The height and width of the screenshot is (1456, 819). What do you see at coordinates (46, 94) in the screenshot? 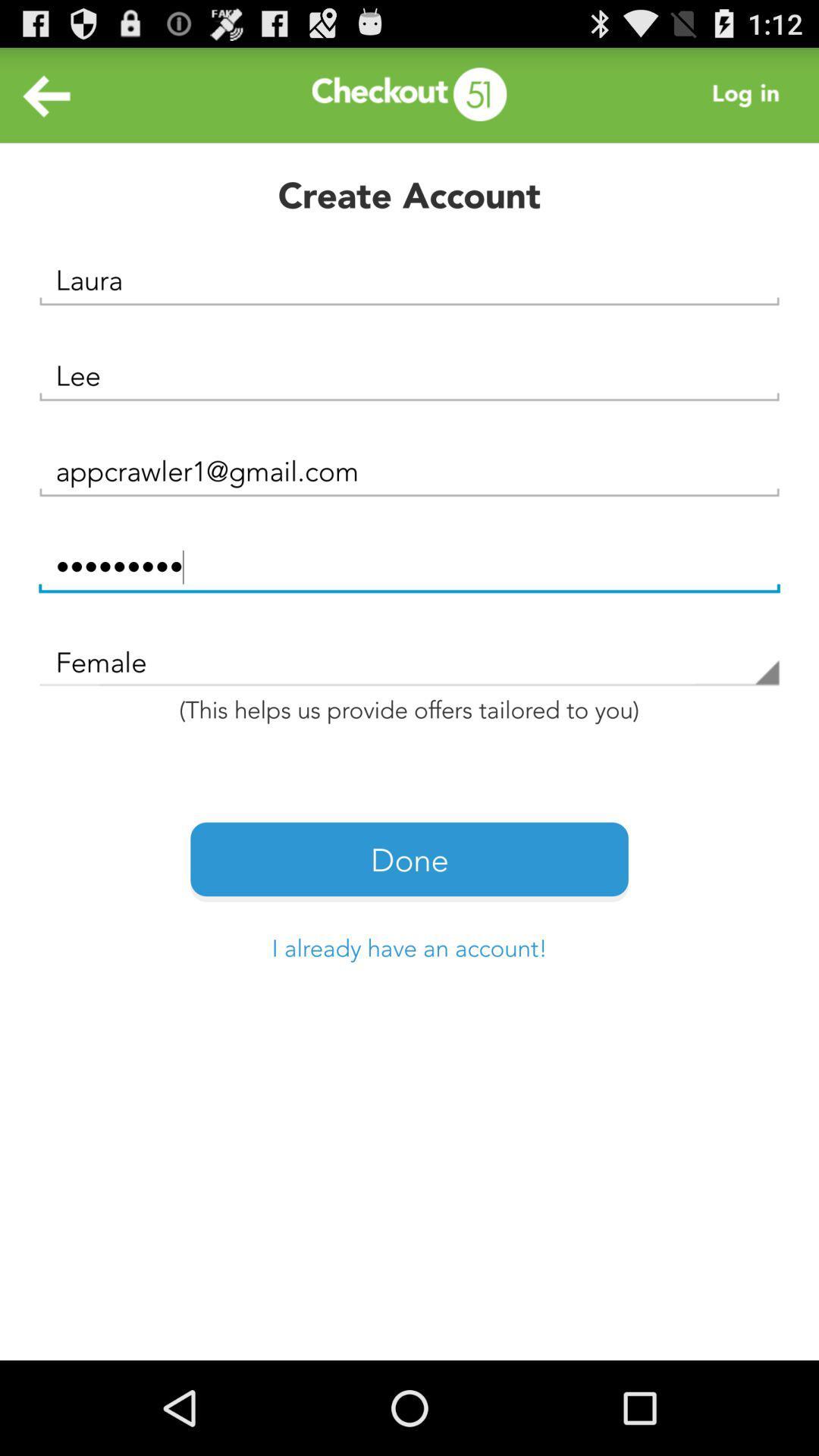
I see `go back` at bounding box center [46, 94].